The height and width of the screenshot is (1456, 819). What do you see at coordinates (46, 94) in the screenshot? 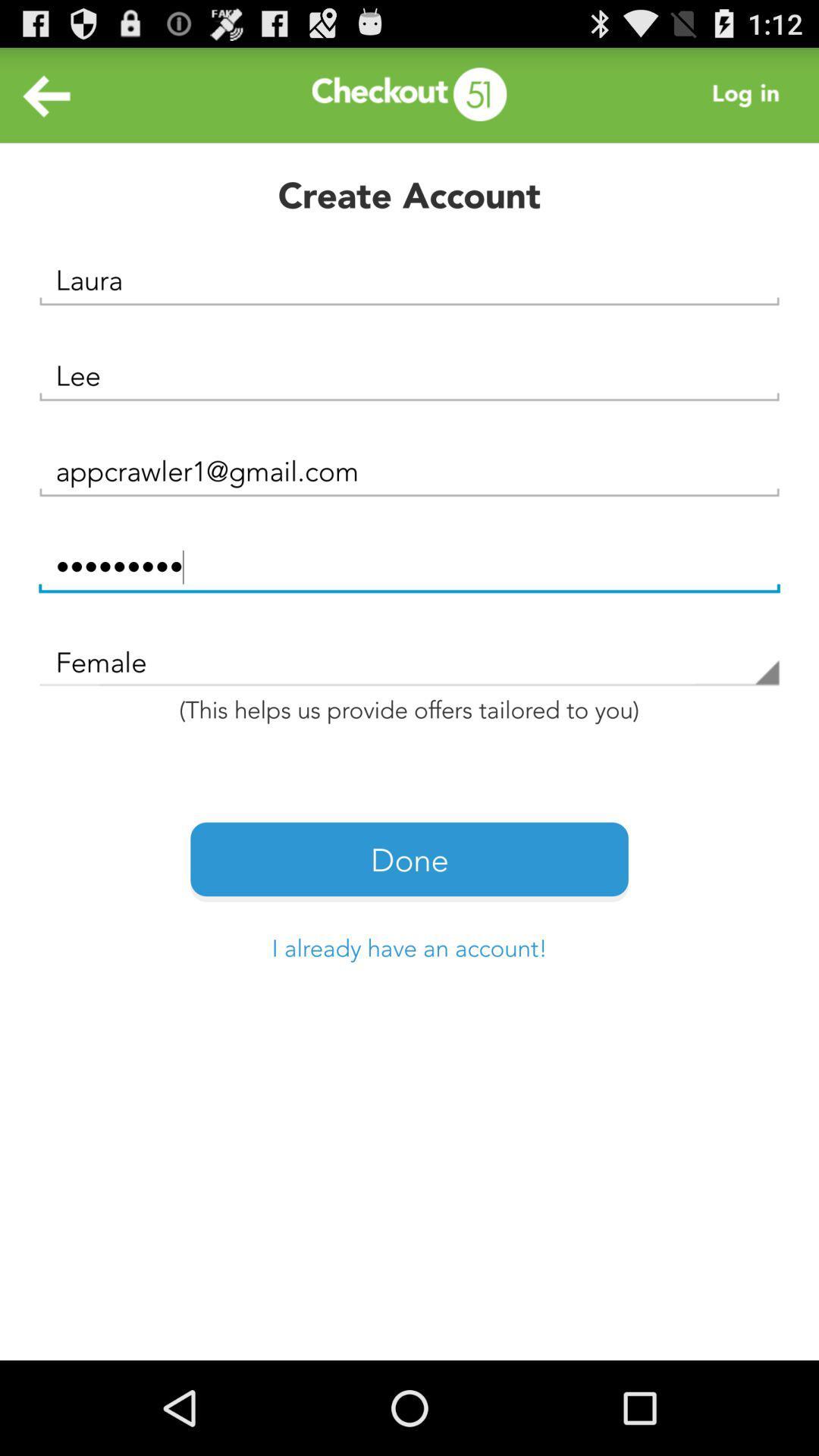
I see `go back` at bounding box center [46, 94].